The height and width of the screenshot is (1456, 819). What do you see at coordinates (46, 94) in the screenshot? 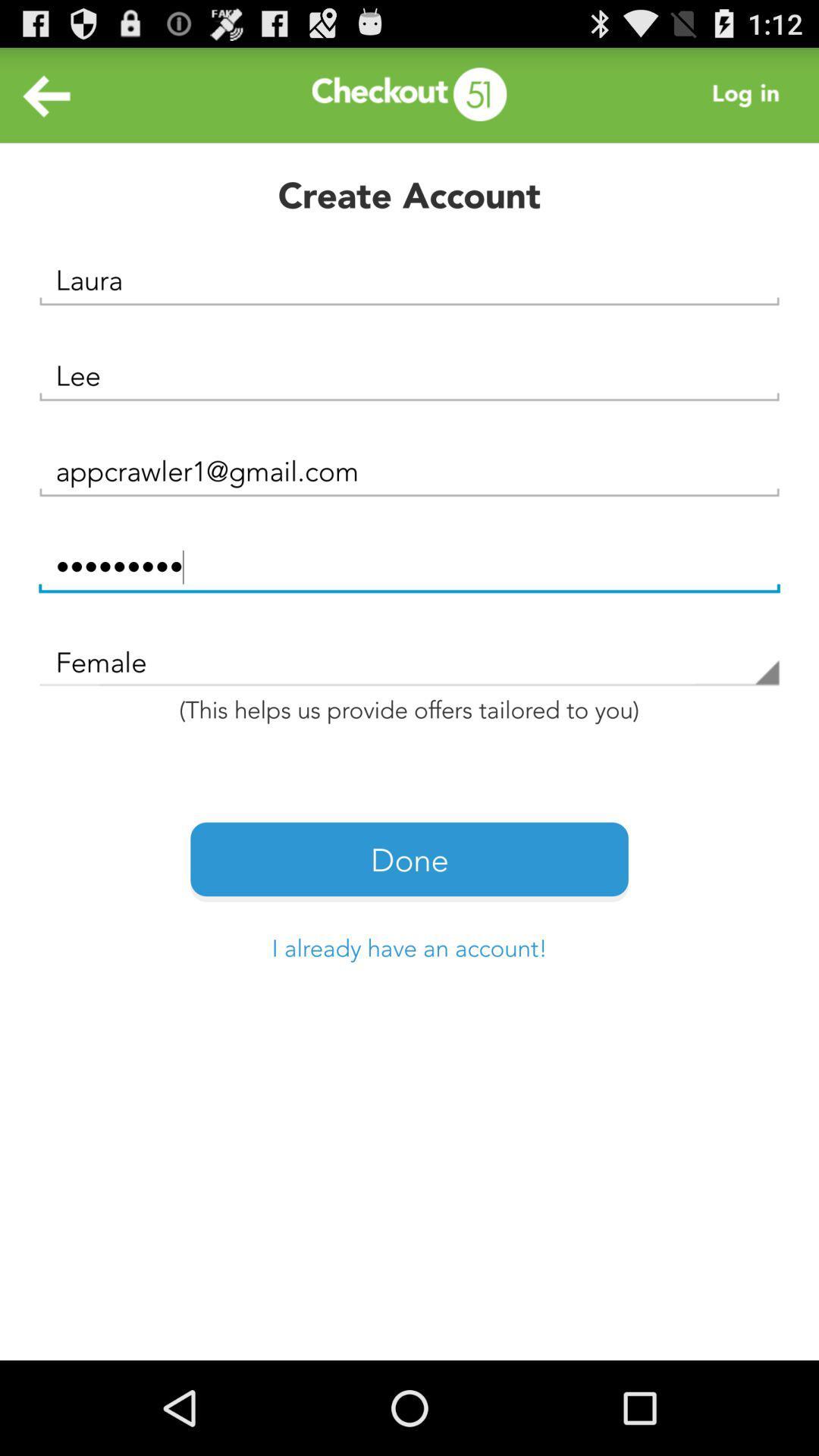
I see `go back` at bounding box center [46, 94].